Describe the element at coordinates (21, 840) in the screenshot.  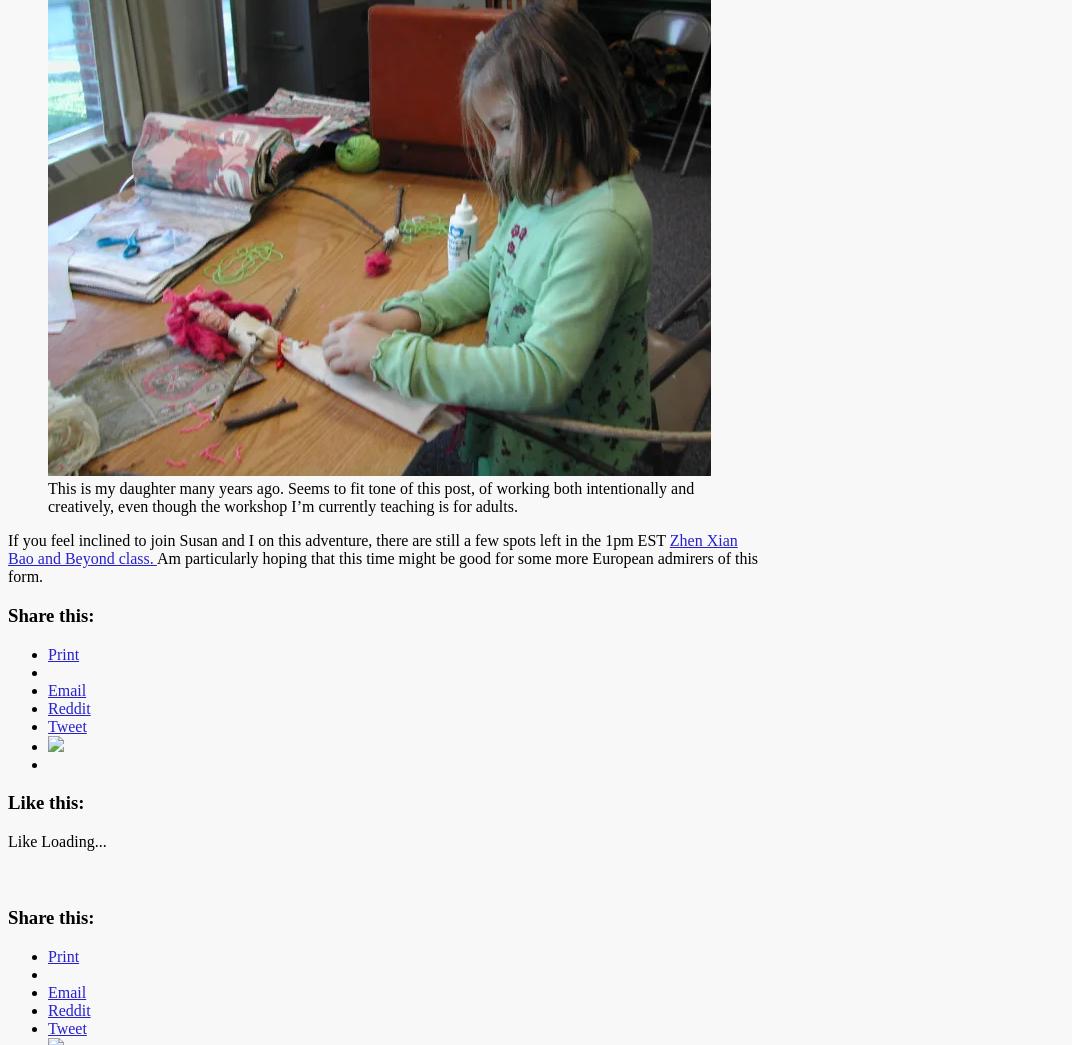
I see `'Like'` at that location.